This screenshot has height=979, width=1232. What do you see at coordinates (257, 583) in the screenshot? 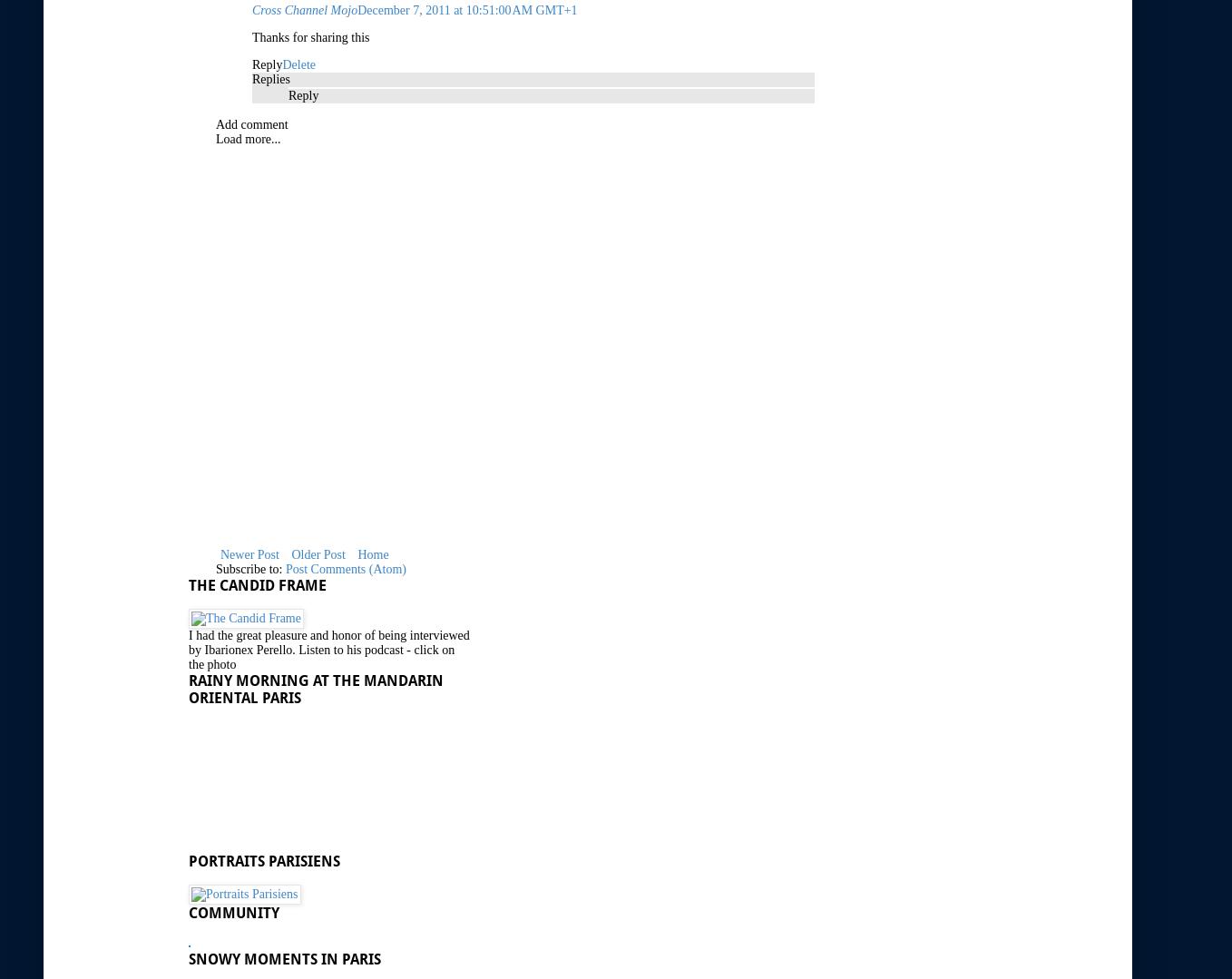
I see `'The Candid Frame'` at bounding box center [257, 583].